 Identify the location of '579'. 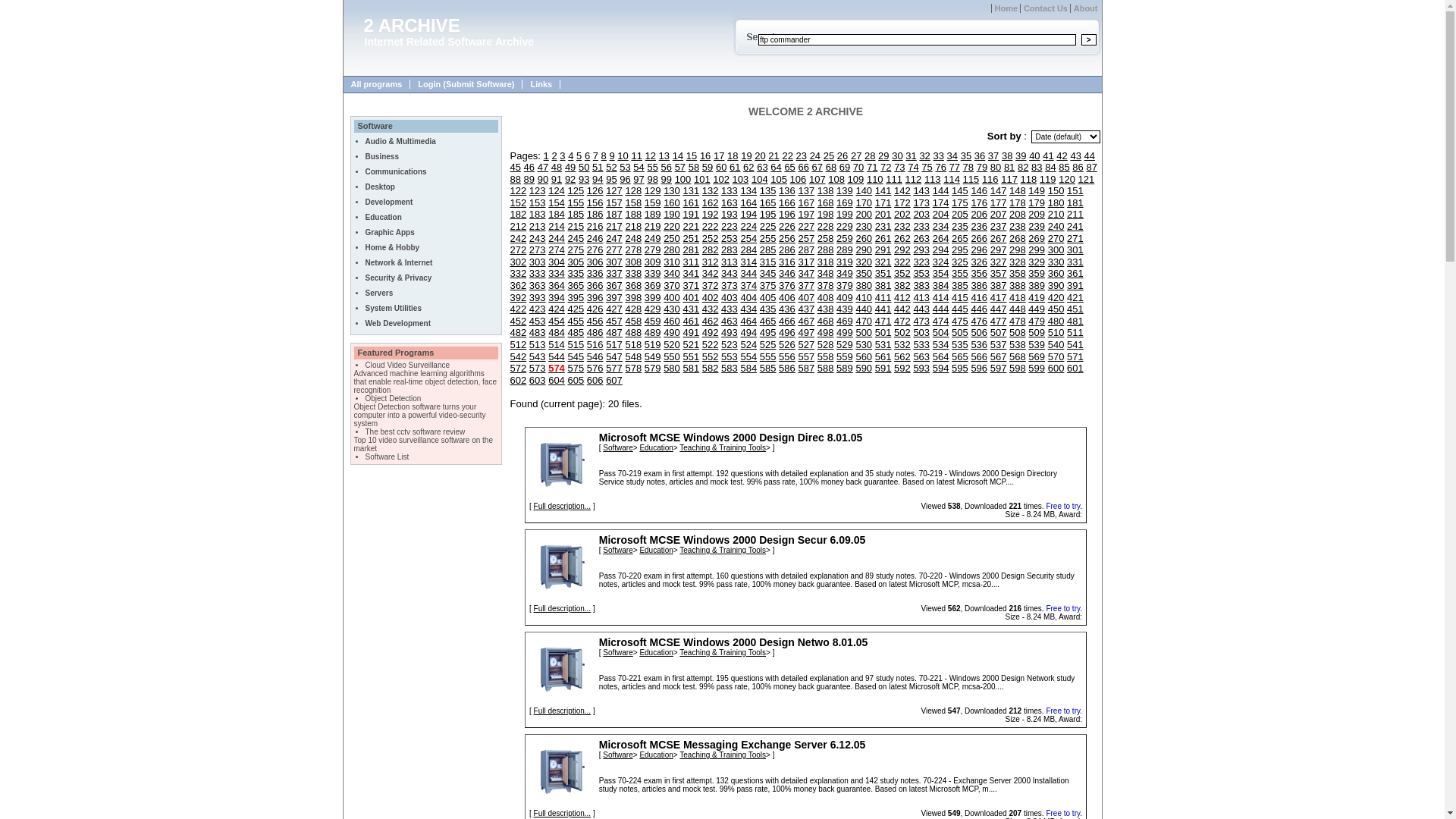
(652, 368).